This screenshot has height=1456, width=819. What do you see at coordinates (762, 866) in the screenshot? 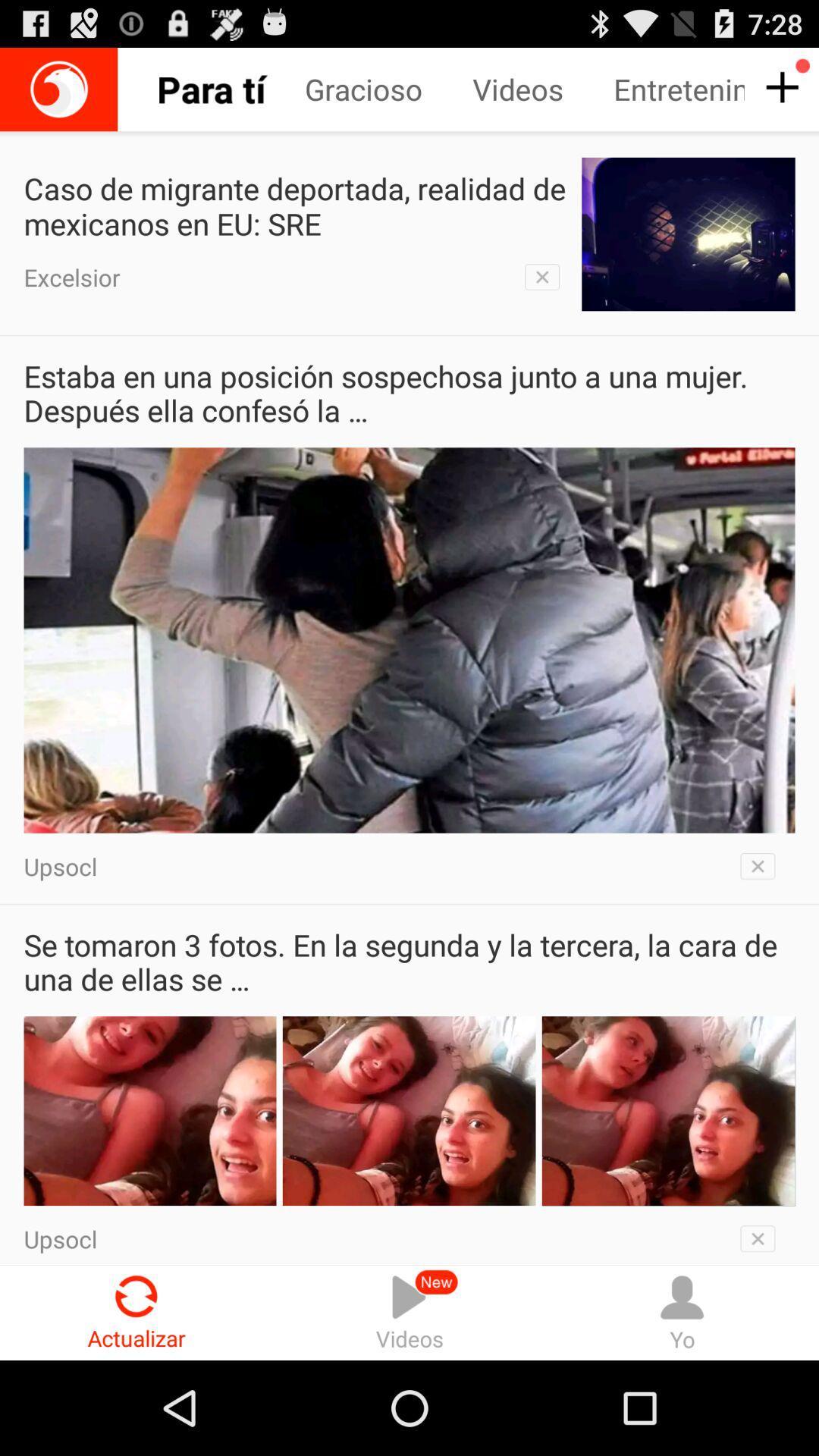
I see `image` at bounding box center [762, 866].